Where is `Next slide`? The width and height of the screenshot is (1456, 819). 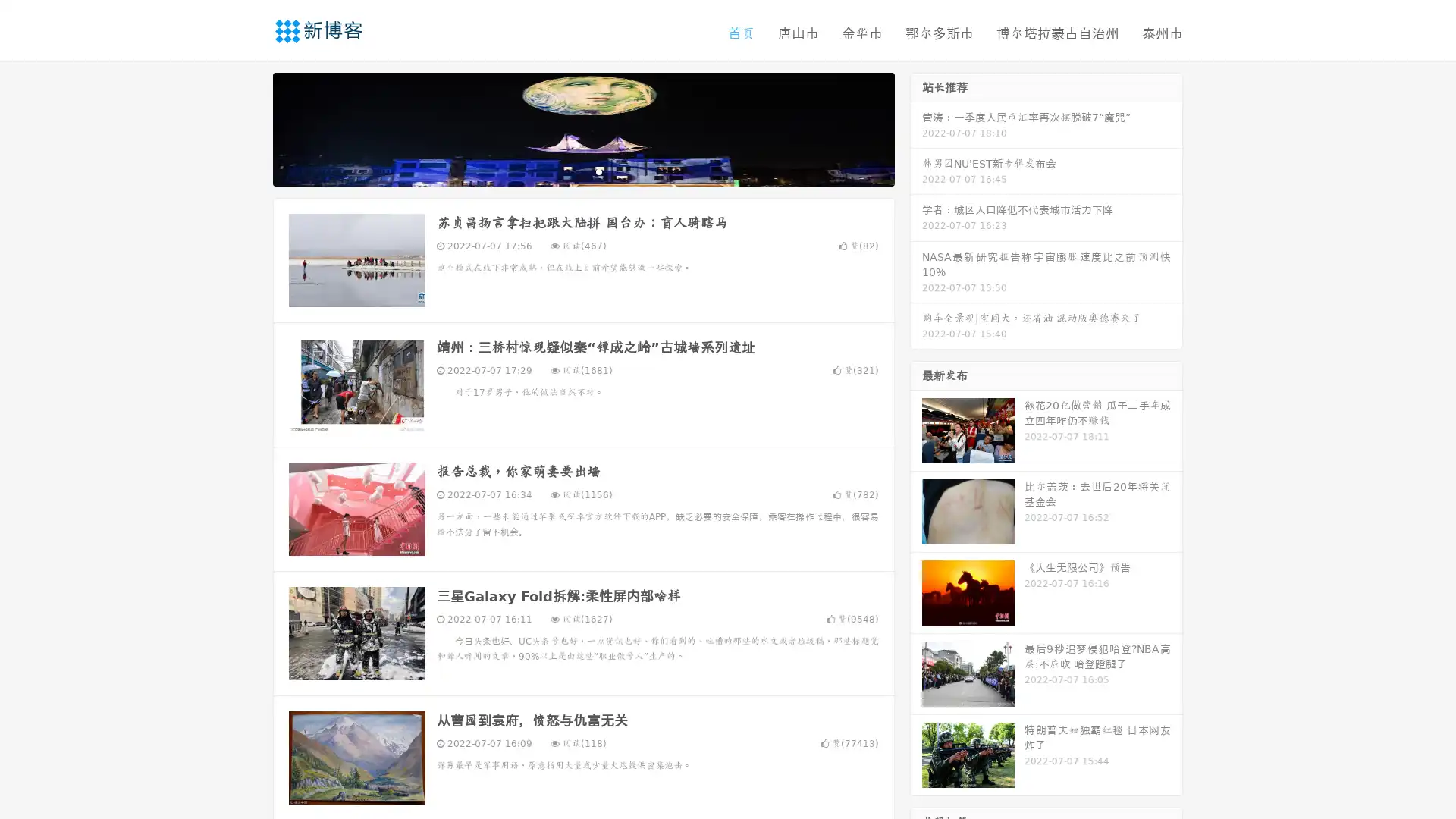 Next slide is located at coordinates (916, 127).